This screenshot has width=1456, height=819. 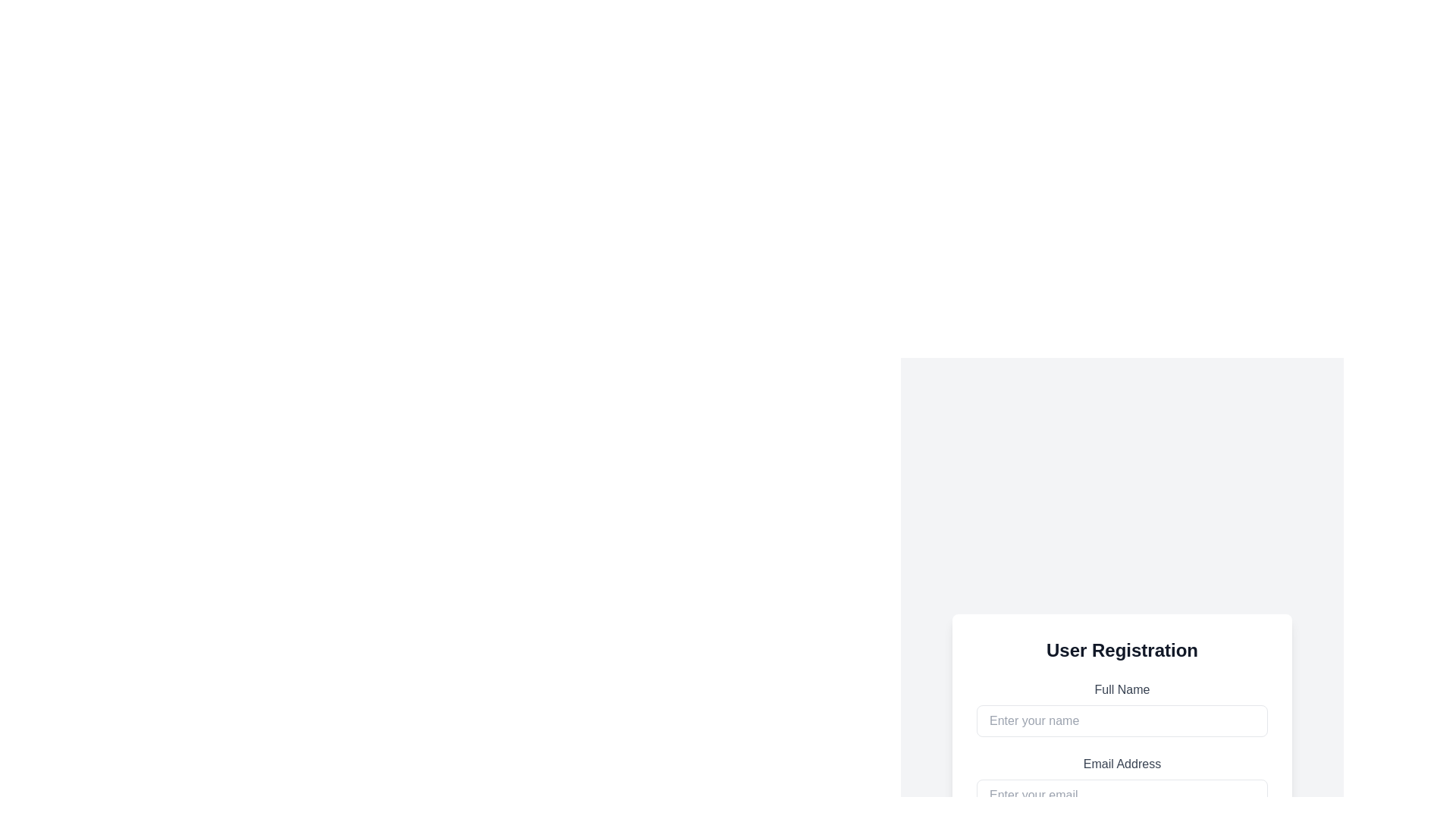 What do you see at coordinates (1122, 764) in the screenshot?
I see `the descriptive label for the email input field in the 'User Registration' form, which is located above the email input field and below the 'Full Name' section` at bounding box center [1122, 764].